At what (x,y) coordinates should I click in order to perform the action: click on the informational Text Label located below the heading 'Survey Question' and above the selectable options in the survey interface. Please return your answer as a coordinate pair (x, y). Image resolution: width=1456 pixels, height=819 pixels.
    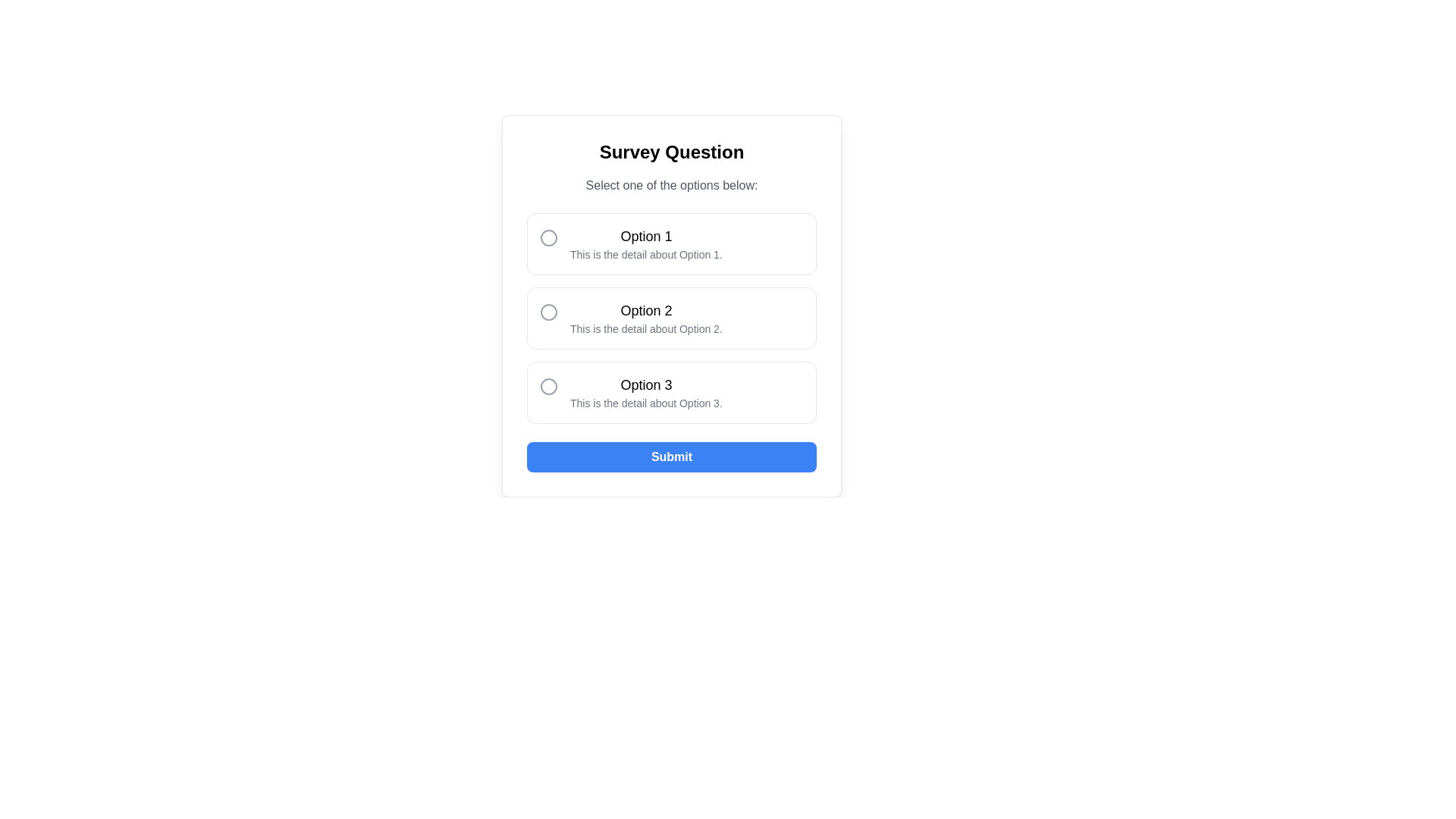
    Looking at the image, I should click on (671, 185).